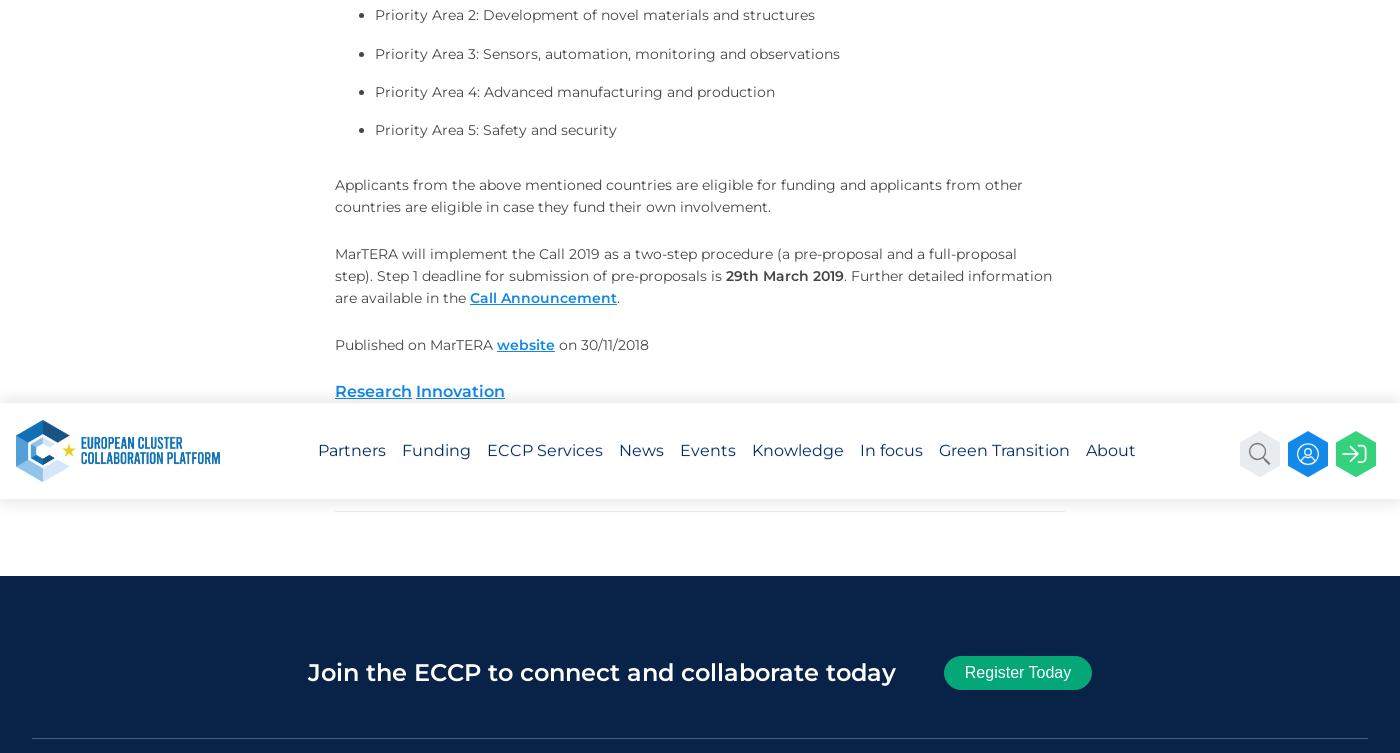 Image resolution: width=1400 pixels, height=753 pixels. I want to click on 'Unless otherwise indicated (e.g. in individual
copyright notices), content owned by the EU on this website is licensed under the', so click(1041, 71).